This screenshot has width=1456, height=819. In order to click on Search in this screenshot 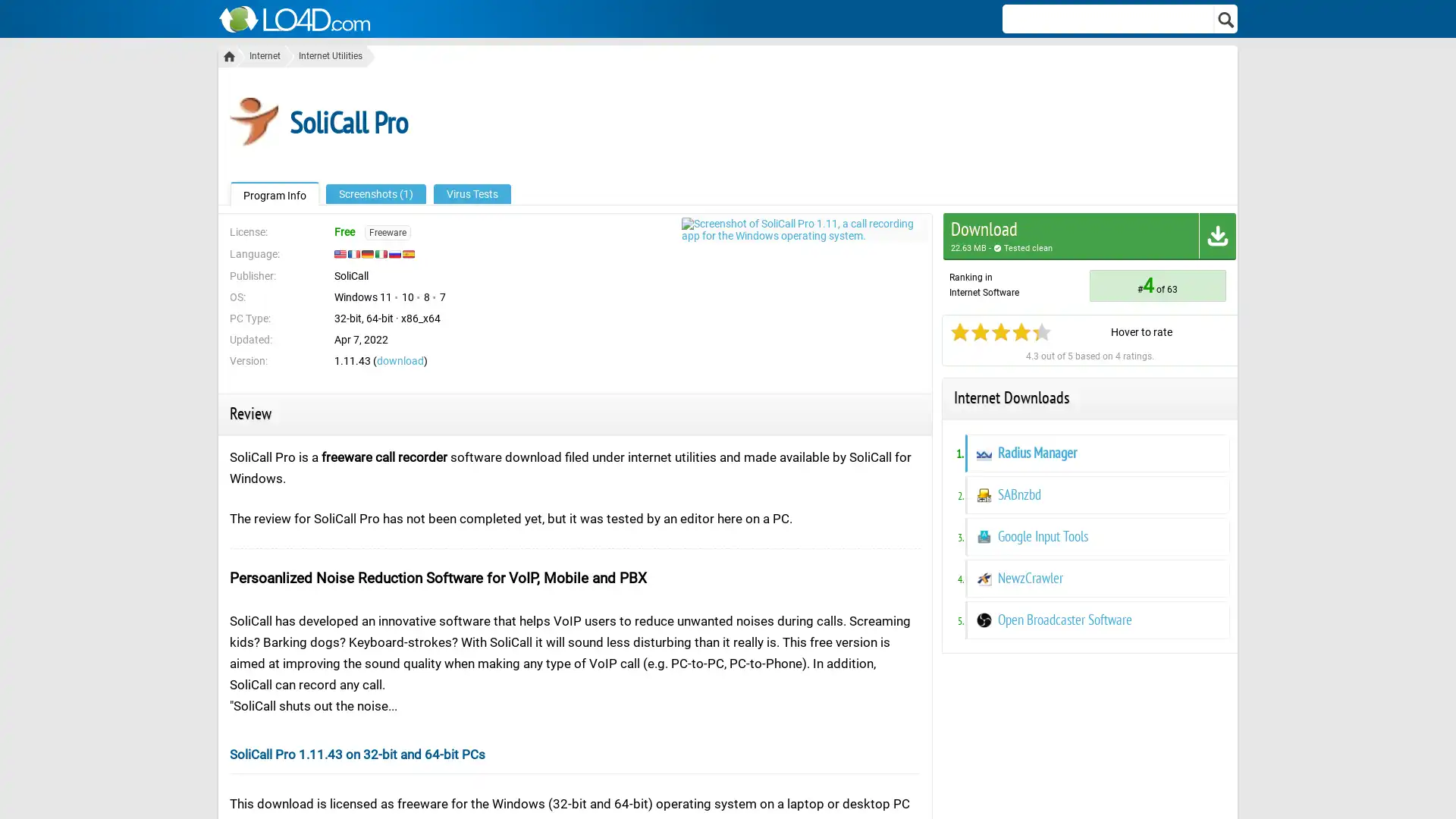, I will do `click(1226, 18)`.